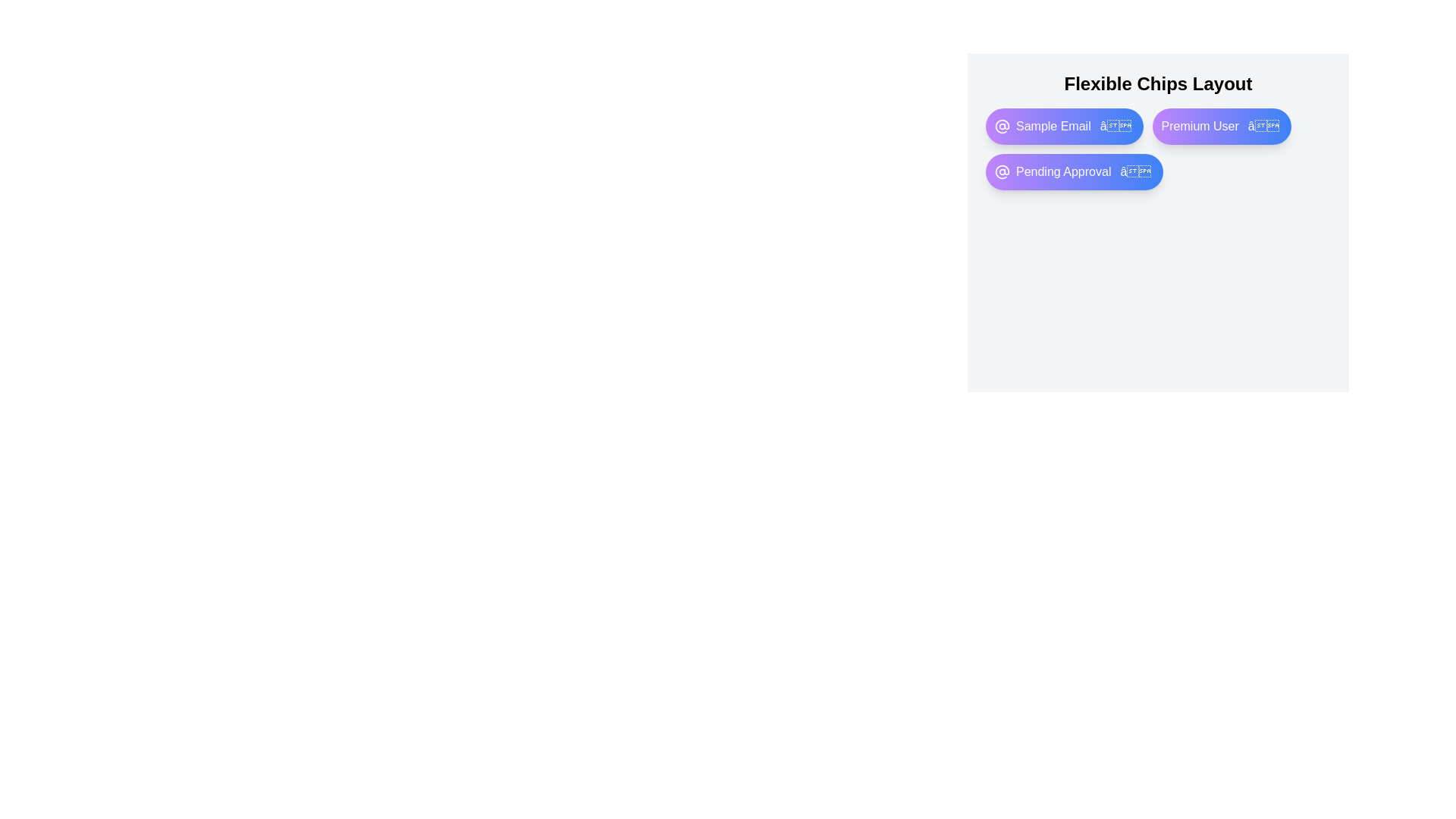 The height and width of the screenshot is (819, 1456). I want to click on the chip labeled 'Sample Email', so click(1063, 125).